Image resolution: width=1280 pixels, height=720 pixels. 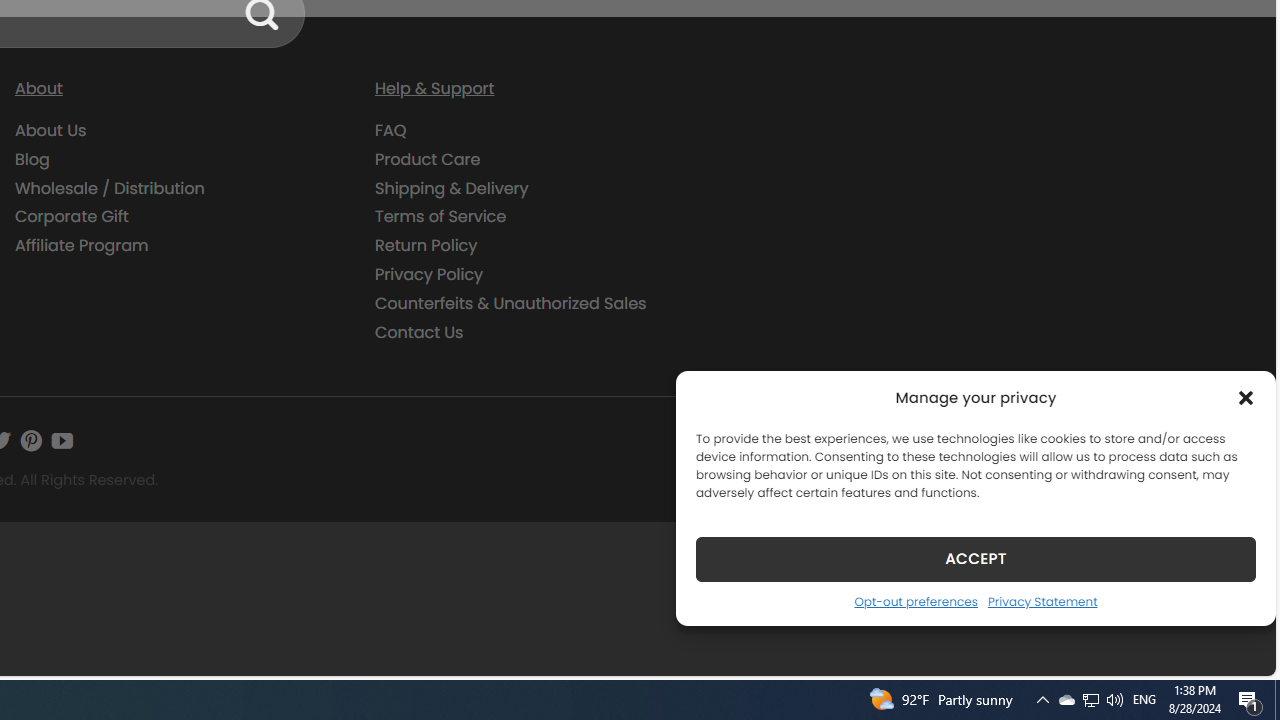 I want to click on 'Affiliate Program', so click(x=180, y=245).